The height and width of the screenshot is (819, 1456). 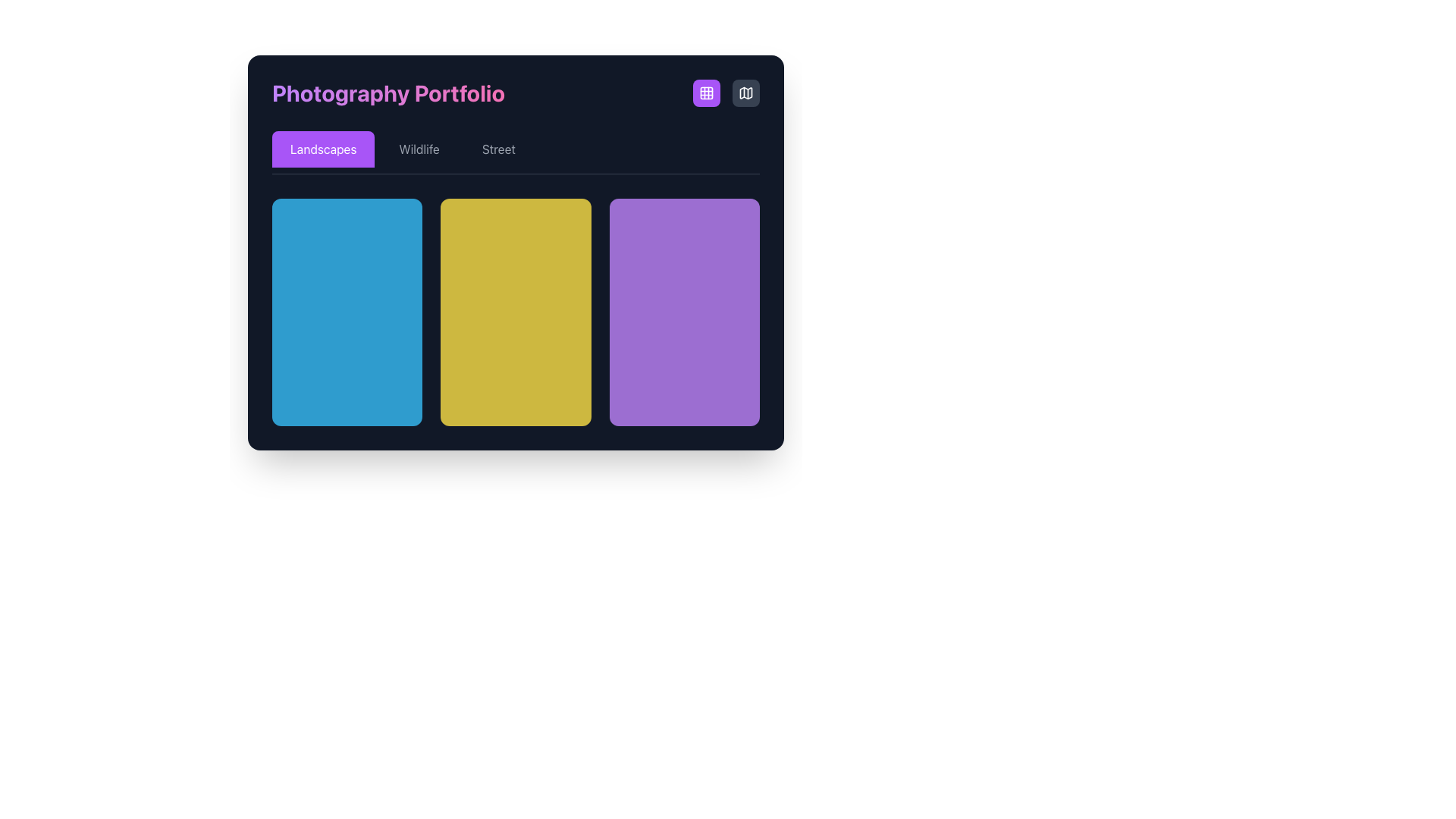 I want to click on the Navigation tab group for the Photography Portfolio, so click(x=516, y=152).